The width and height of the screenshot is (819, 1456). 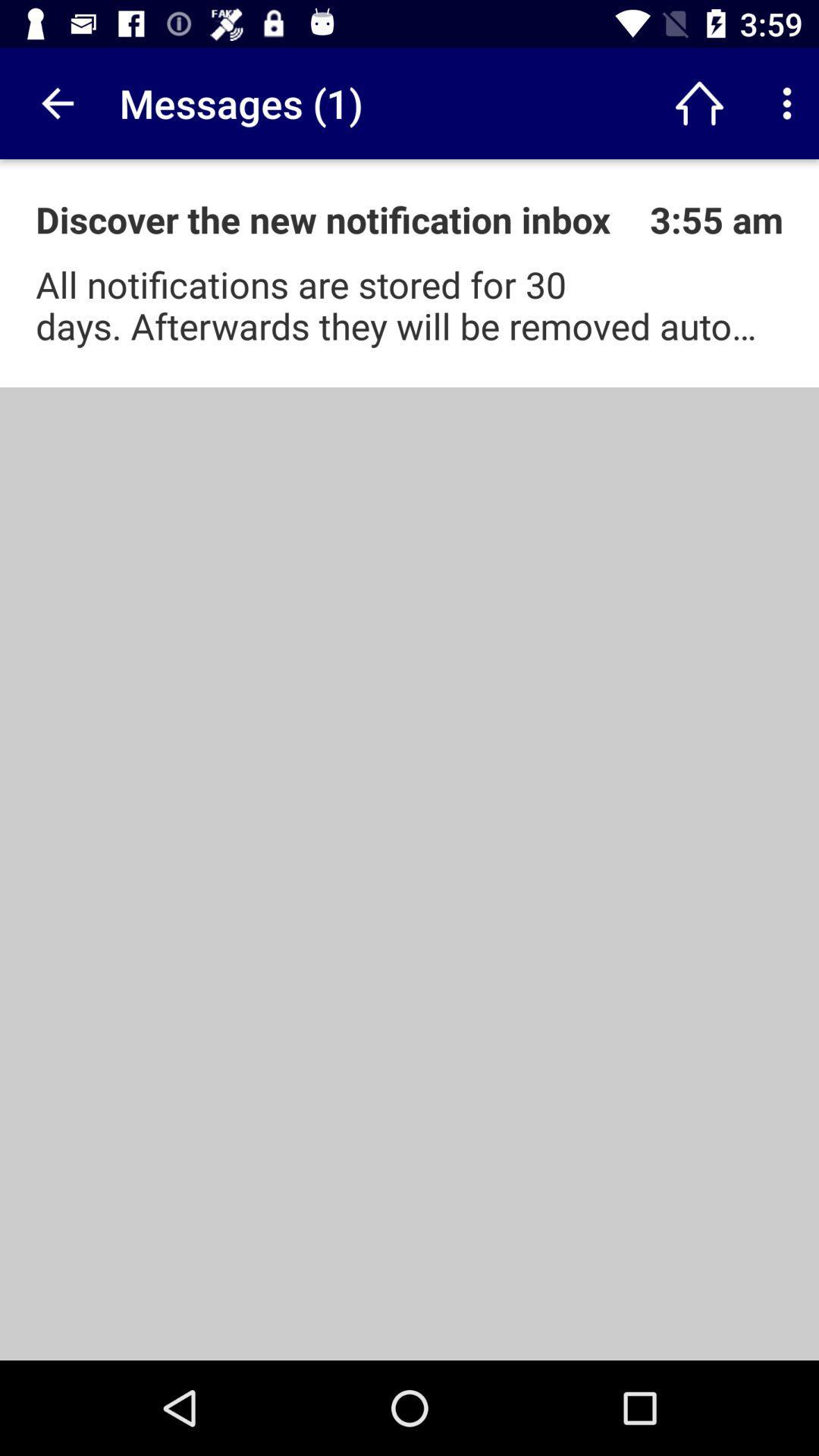 What do you see at coordinates (786, 102) in the screenshot?
I see `open settings menu` at bounding box center [786, 102].